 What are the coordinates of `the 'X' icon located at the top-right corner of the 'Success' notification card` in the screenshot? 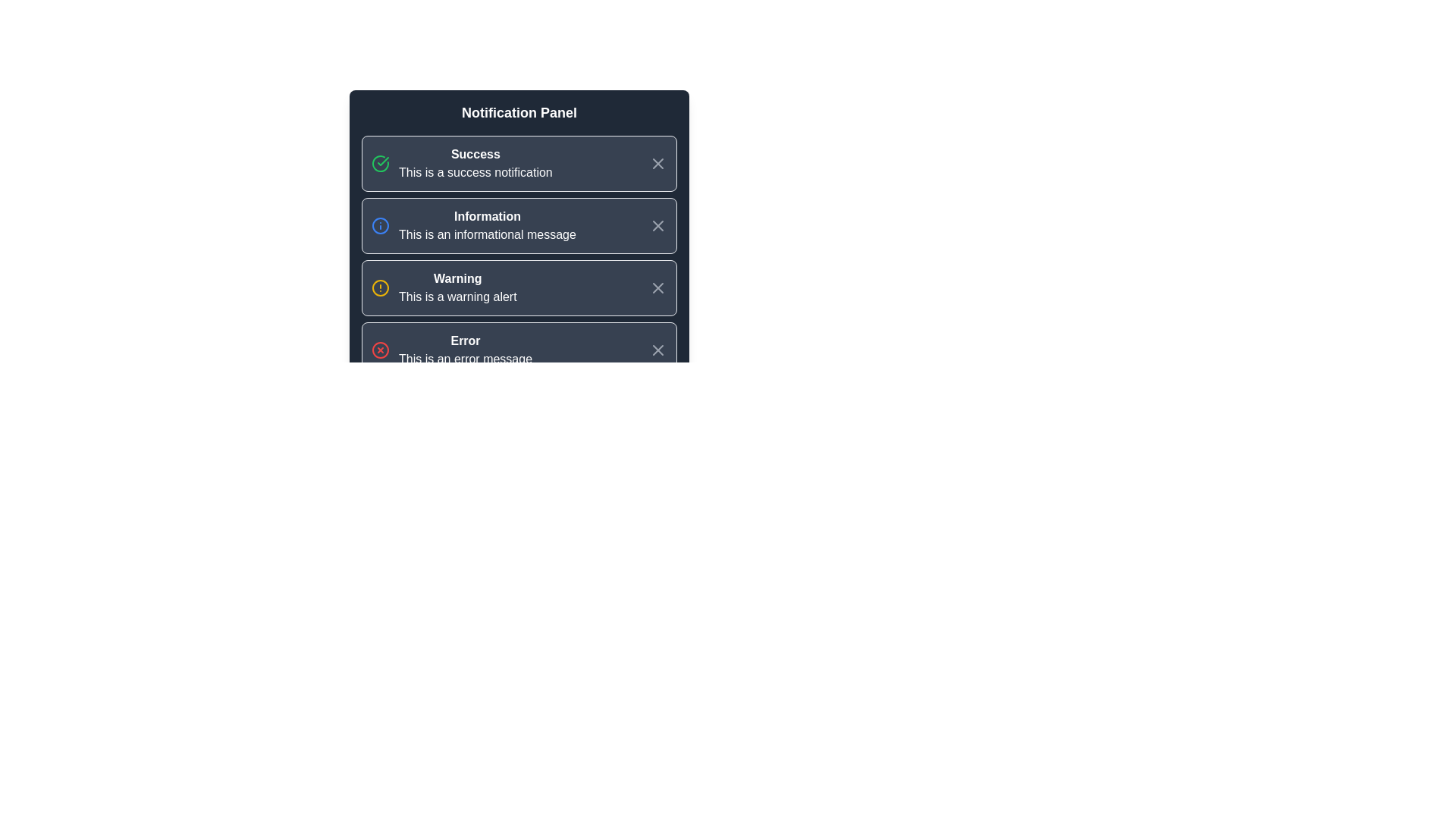 It's located at (658, 164).